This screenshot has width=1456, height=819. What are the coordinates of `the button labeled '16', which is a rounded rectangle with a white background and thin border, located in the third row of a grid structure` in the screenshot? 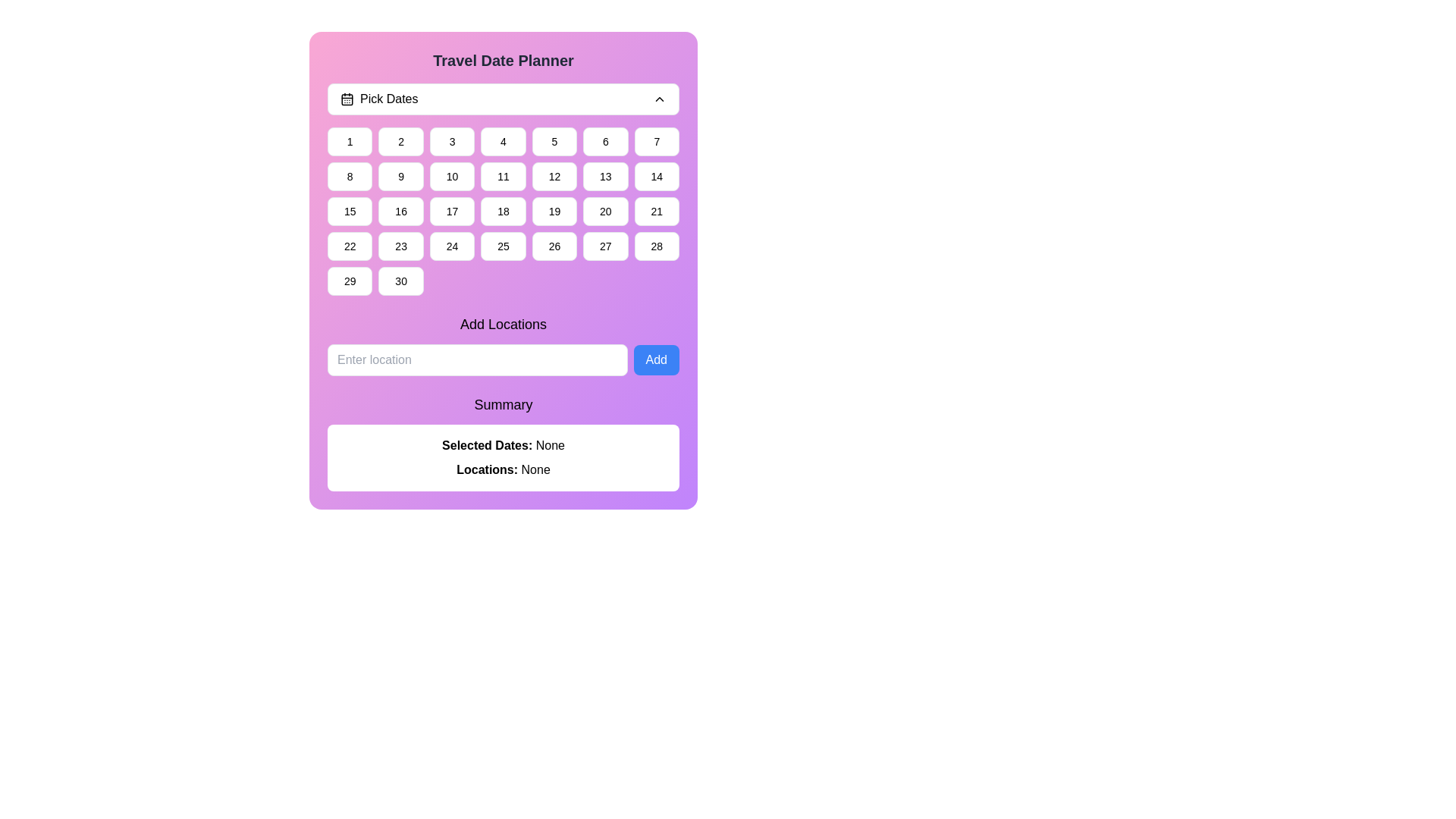 It's located at (401, 211).